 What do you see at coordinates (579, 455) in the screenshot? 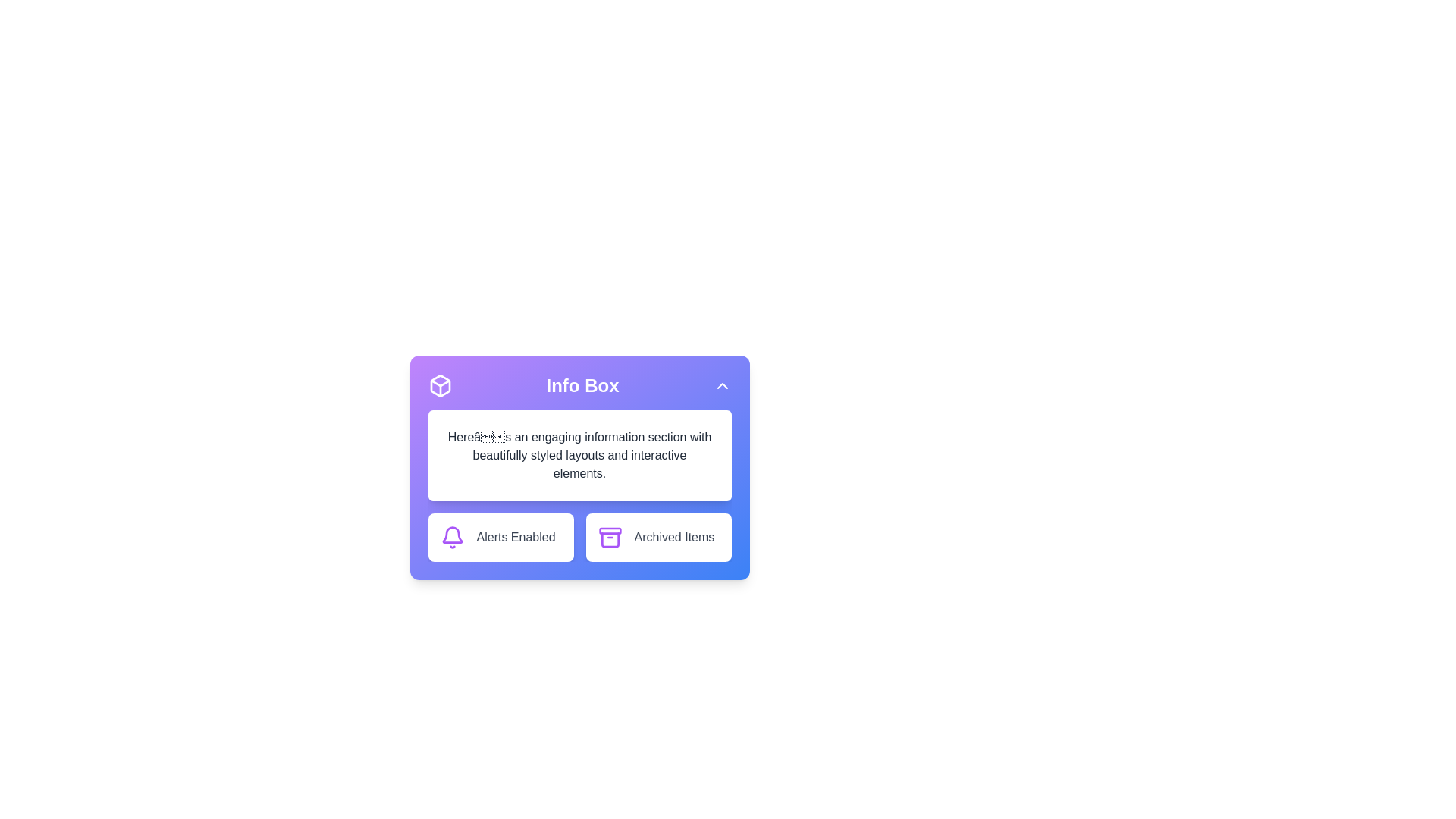
I see `the text block containing the content 'Here’s an engaging information section with beautifully styled layouts and interactive elements.', which is displayed in gray font within the 'Info Box' card` at bounding box center [579, 455].